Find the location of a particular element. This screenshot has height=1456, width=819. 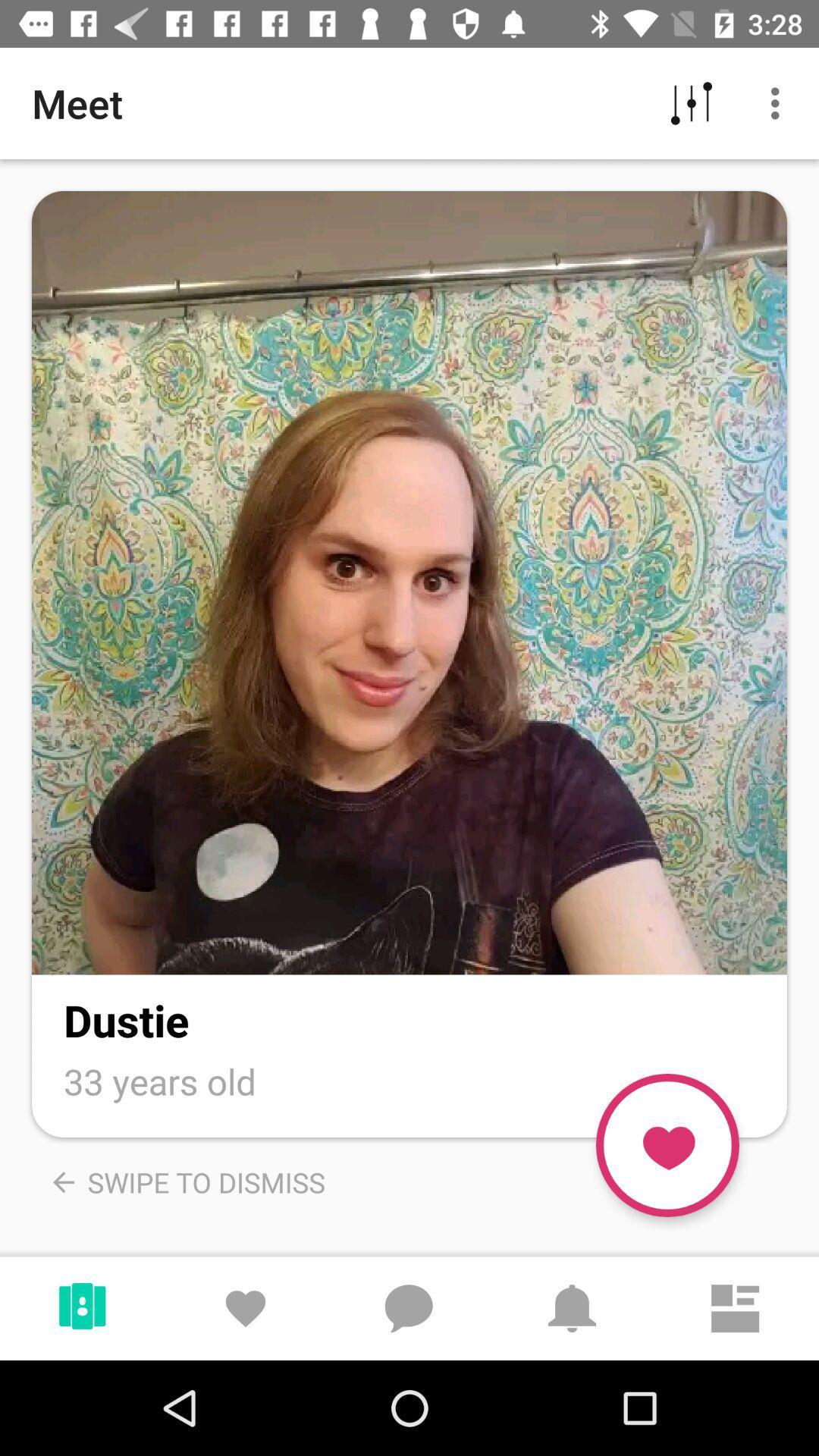

see pictures is located at coordinates (409, 582).